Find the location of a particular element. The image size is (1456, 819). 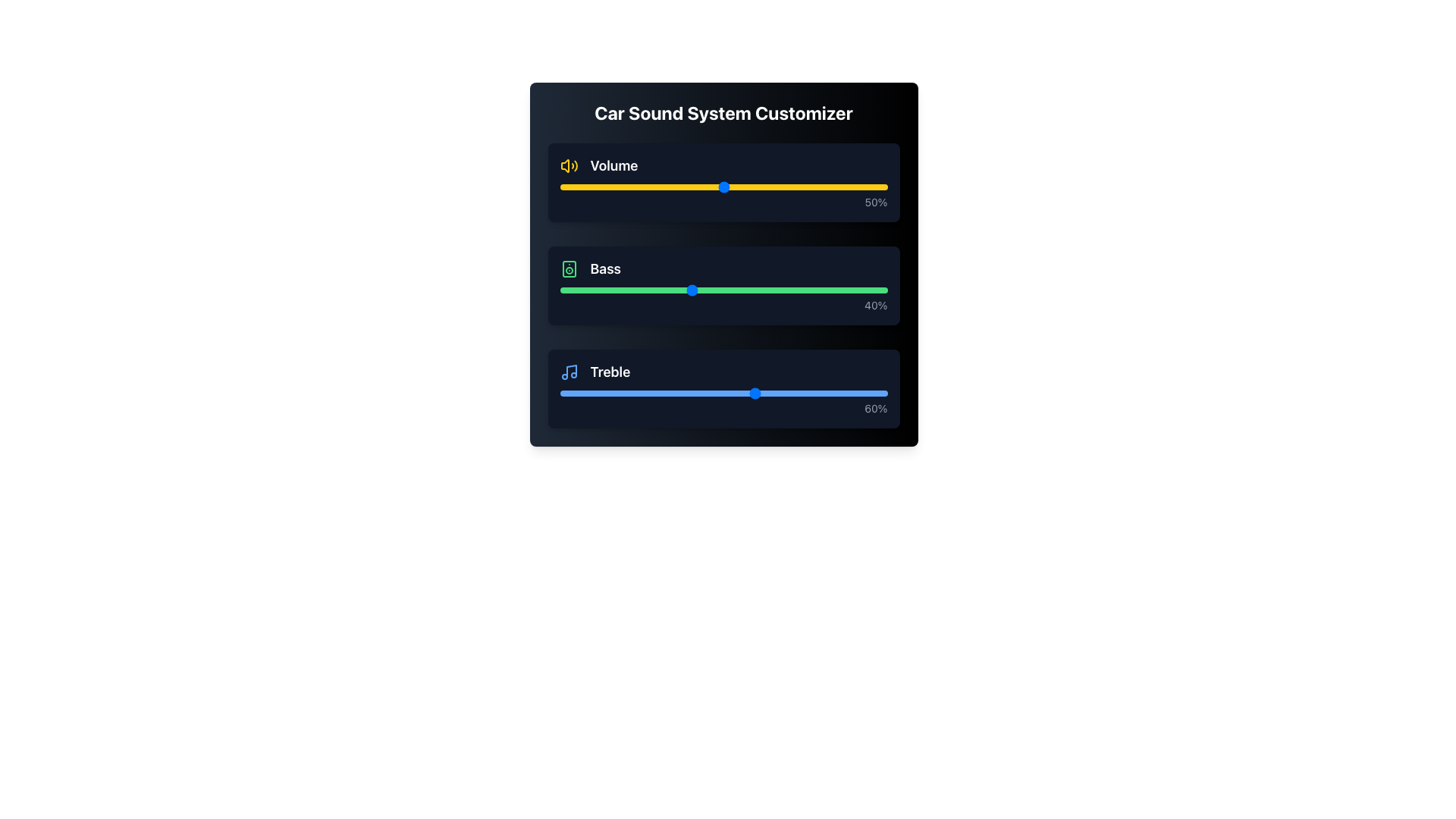

the volume is located at coordinates (615, 186).